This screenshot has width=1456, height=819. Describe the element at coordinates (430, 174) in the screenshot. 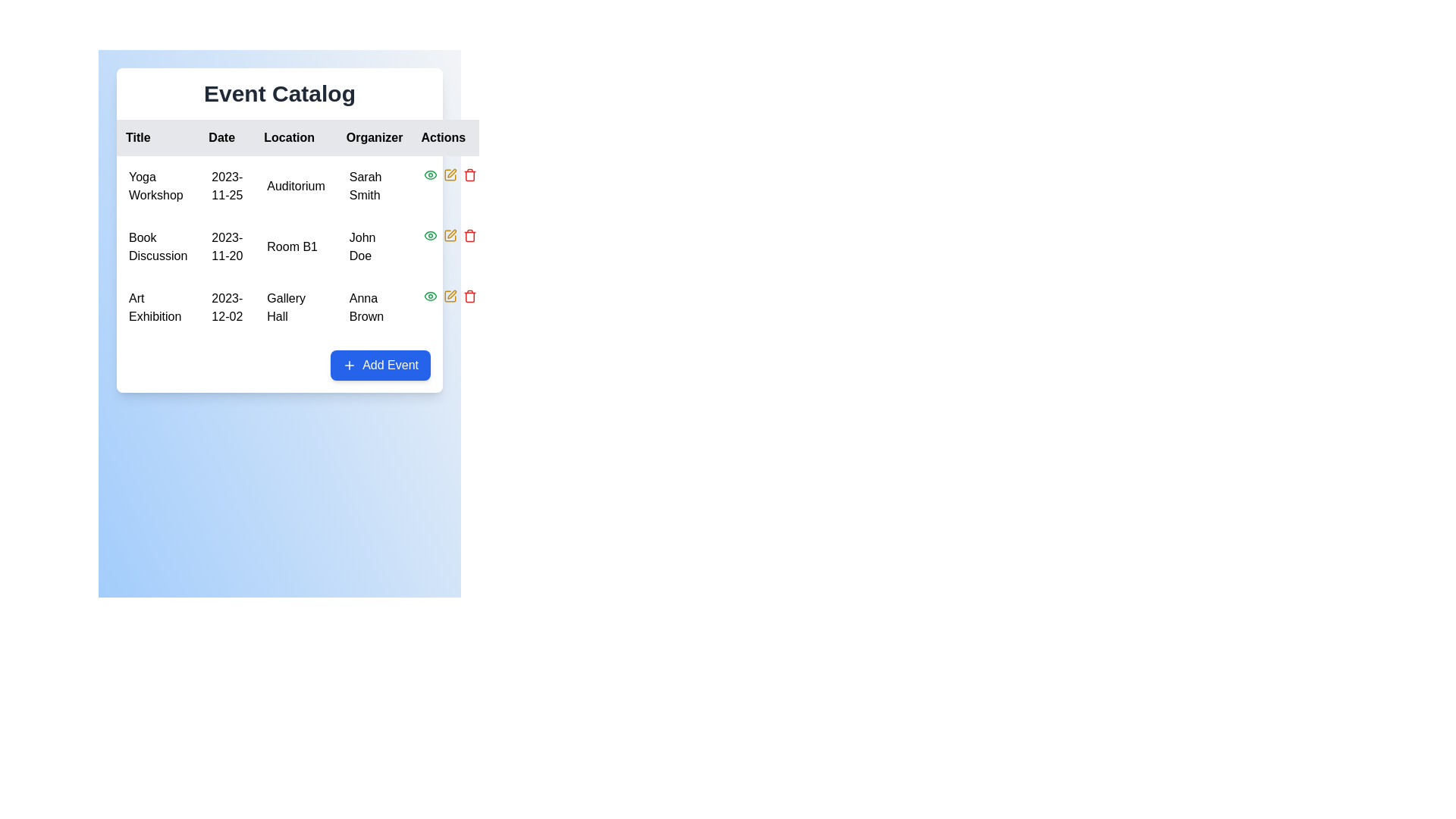

I see `the eye symbol icon in the 'Actions' column of the 'Book Discussion' row to get more information` at that location.